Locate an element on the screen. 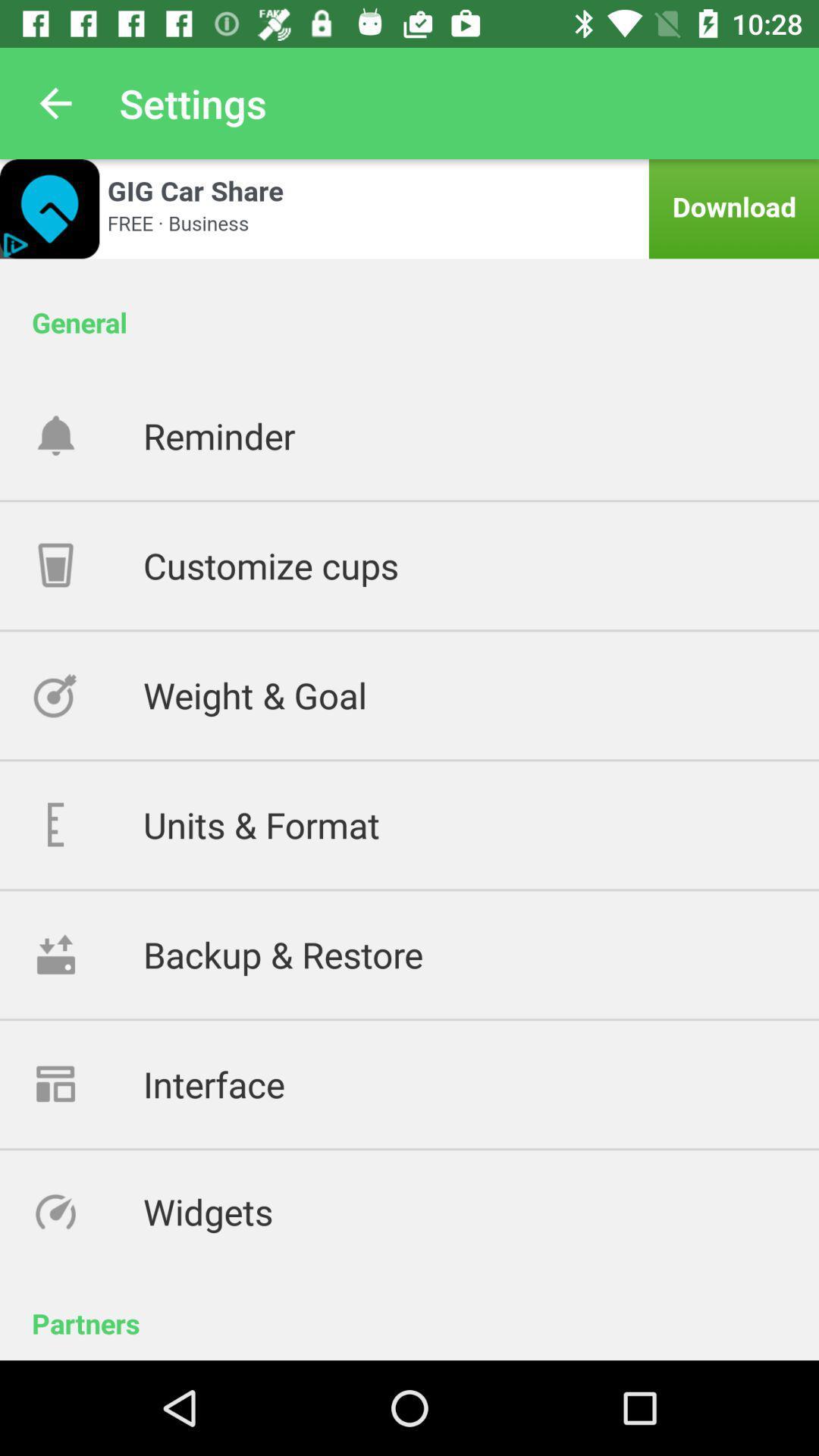 This screenshot has width=819, height=1456. the item above general icon is located at coordinates (409, 208).